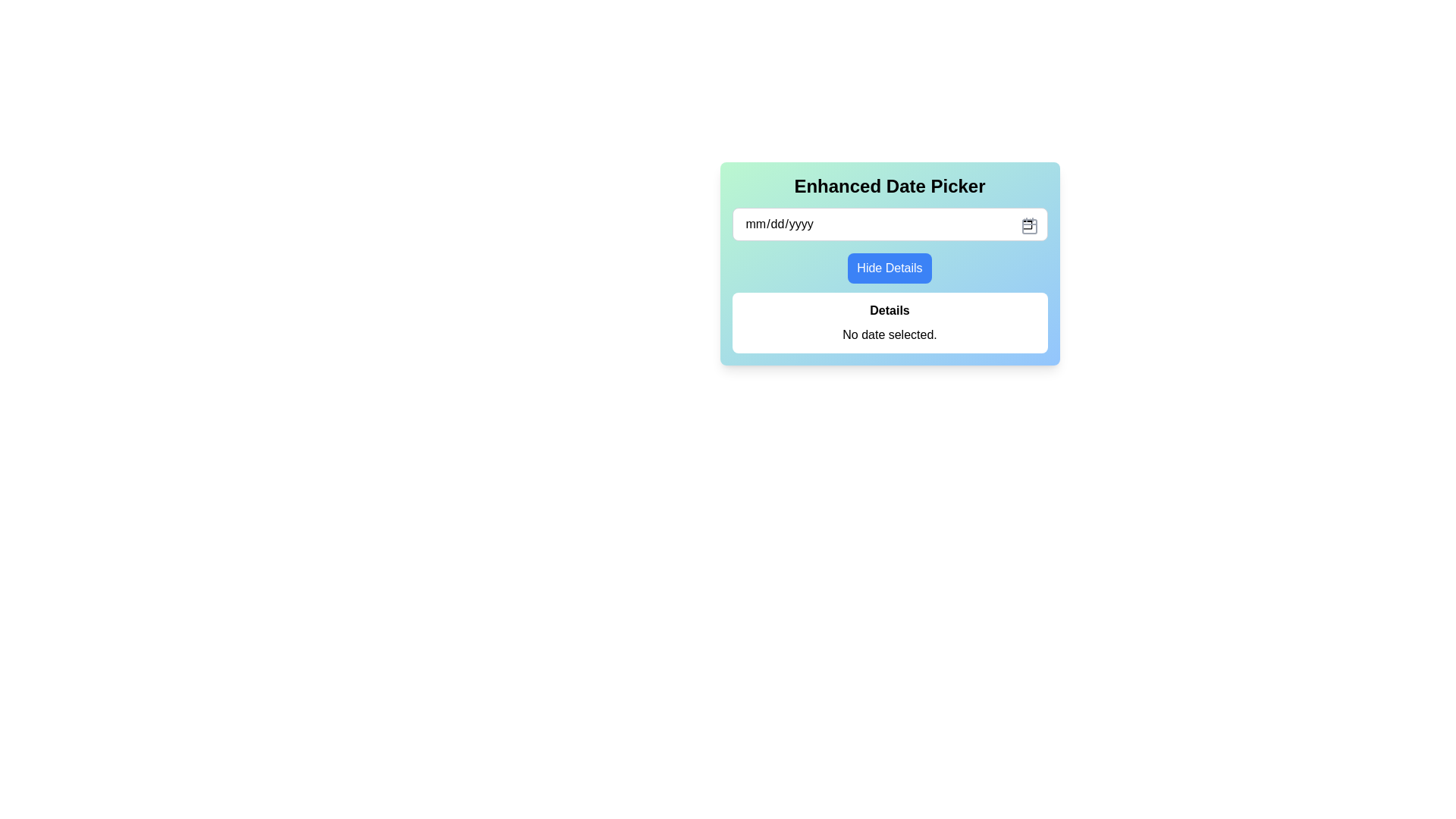 The width and height of the screenshot is (1456, 819). Describe the element at coordinates (890, 268) in the screenshot. I see `the rectangular interactive button with a blue background and white text displaying 'Hide Details'` at that location.